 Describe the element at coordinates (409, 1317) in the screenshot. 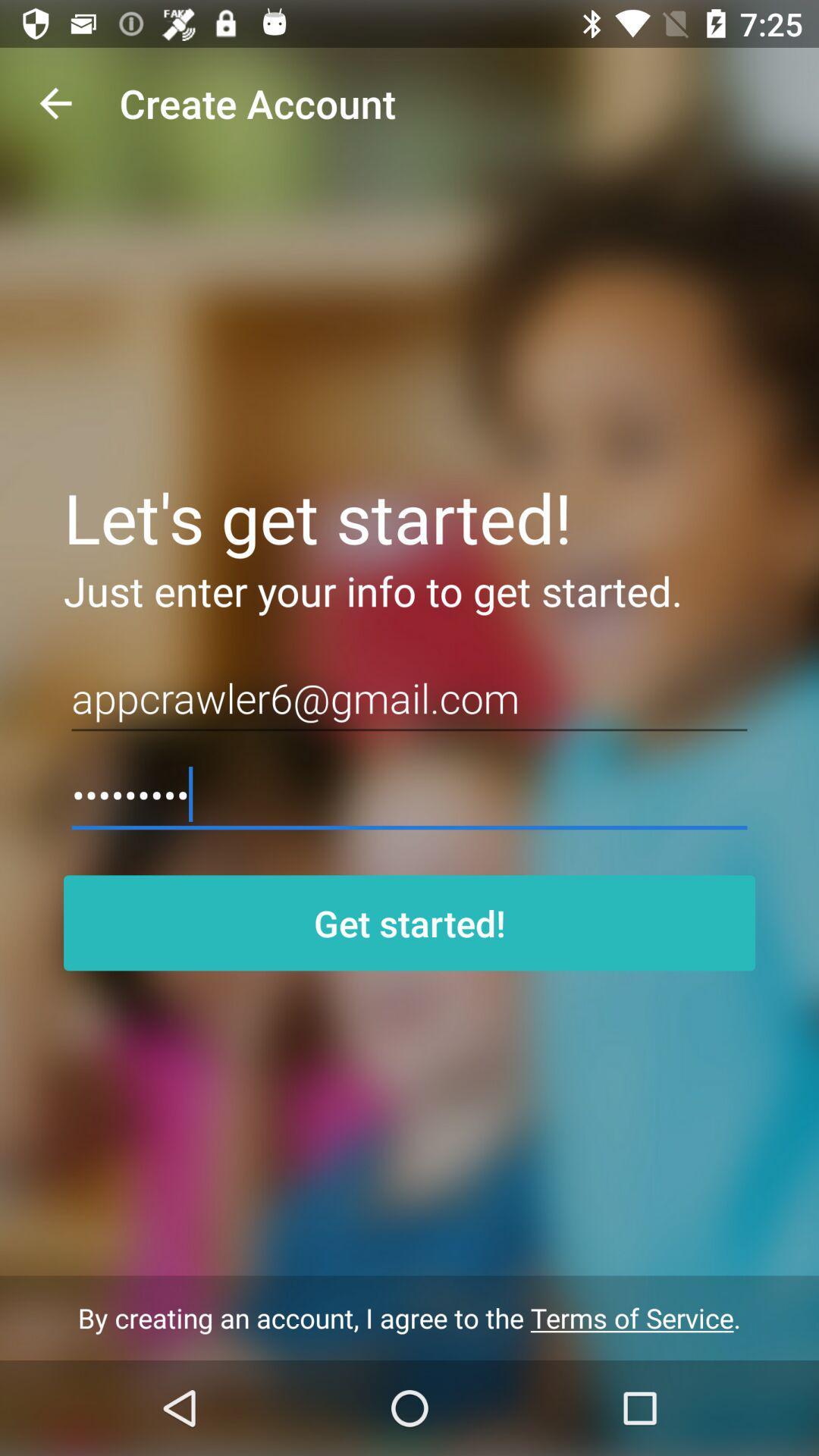

I see `by creating an at the bottom` at that location.